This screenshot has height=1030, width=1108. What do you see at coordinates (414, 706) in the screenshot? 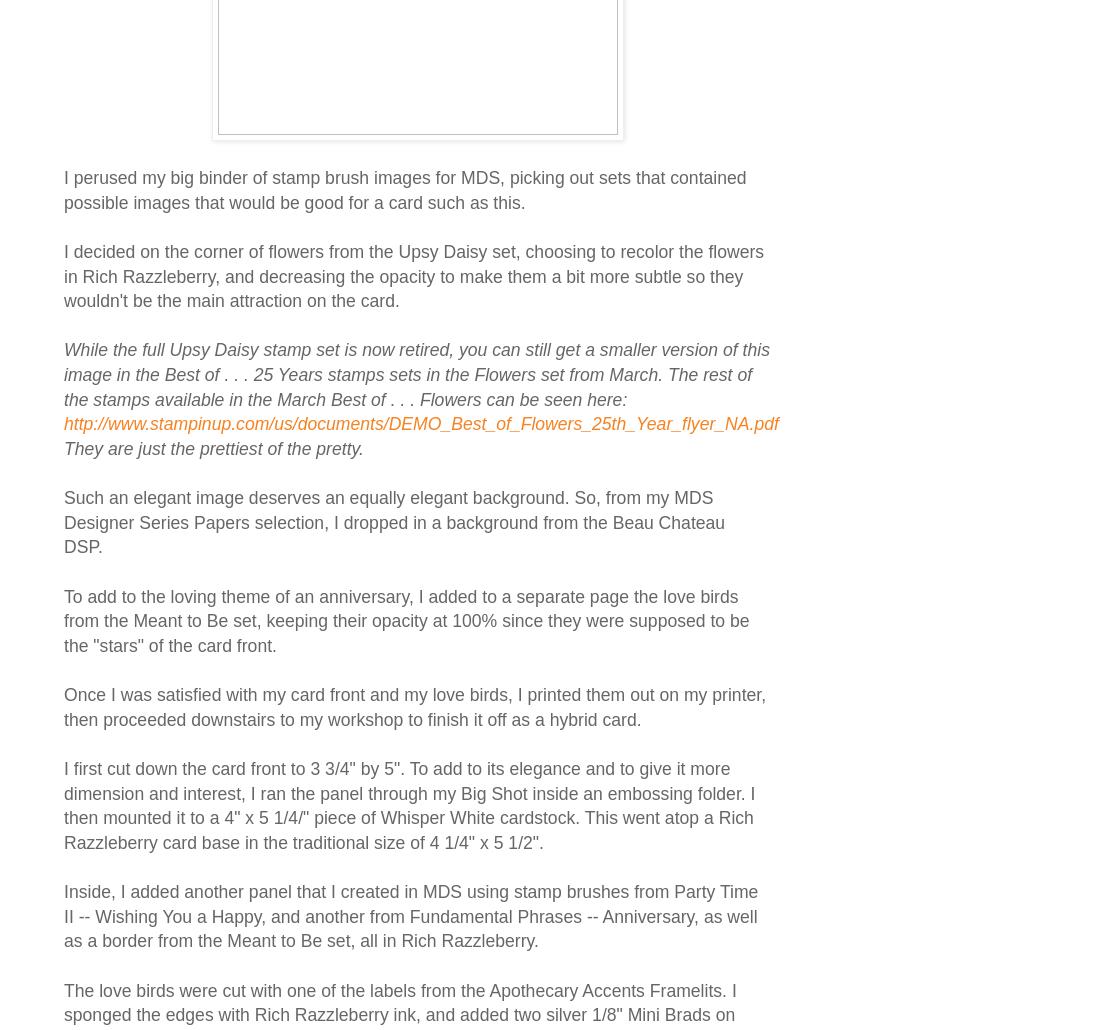
I see `'Once I was satisfied with my card front and my love birds, I printed them out on my printer, then proceeded downstairs to my workshop to finish it off as a hybrid card.'` at bounding box center [414, 706].